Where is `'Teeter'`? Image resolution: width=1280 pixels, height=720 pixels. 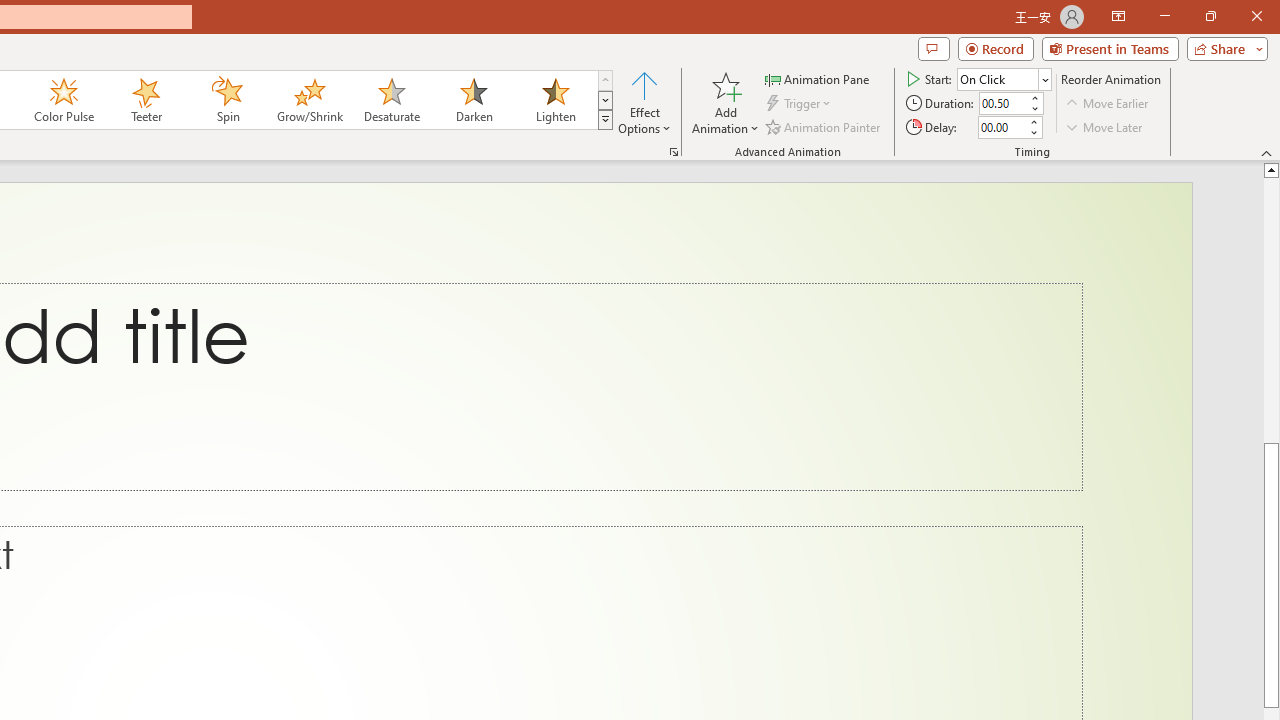
'Teeter' is located at coordinates (144, 100).